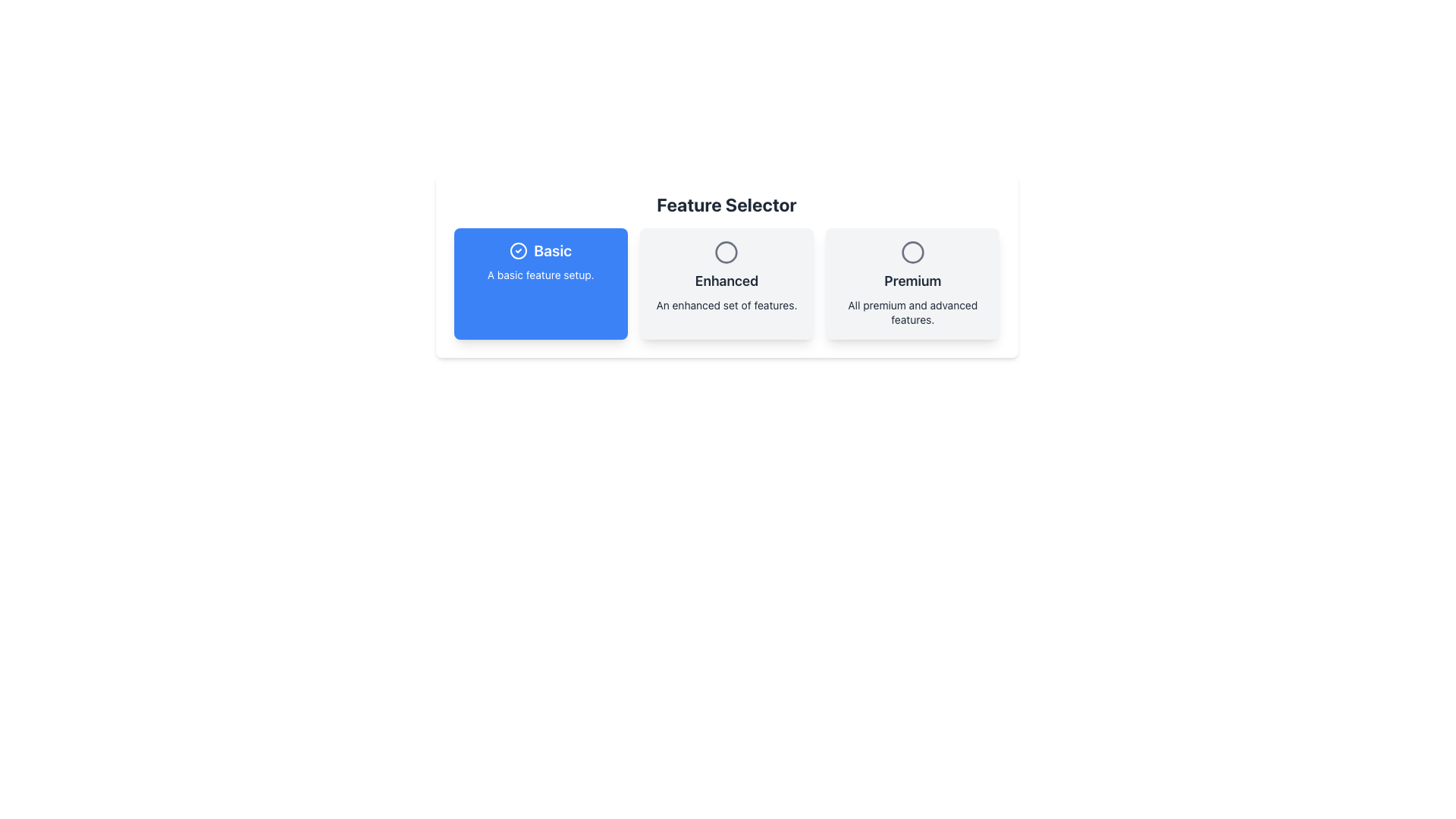 The image size is (1456, 819). Describe the element at coordinates (726, 251) in the screenshot. I see `the 'Enhanced' icon, which represents an option or feature and is located at the top-center of the middle card in a horizontal set of three cards` at that location.